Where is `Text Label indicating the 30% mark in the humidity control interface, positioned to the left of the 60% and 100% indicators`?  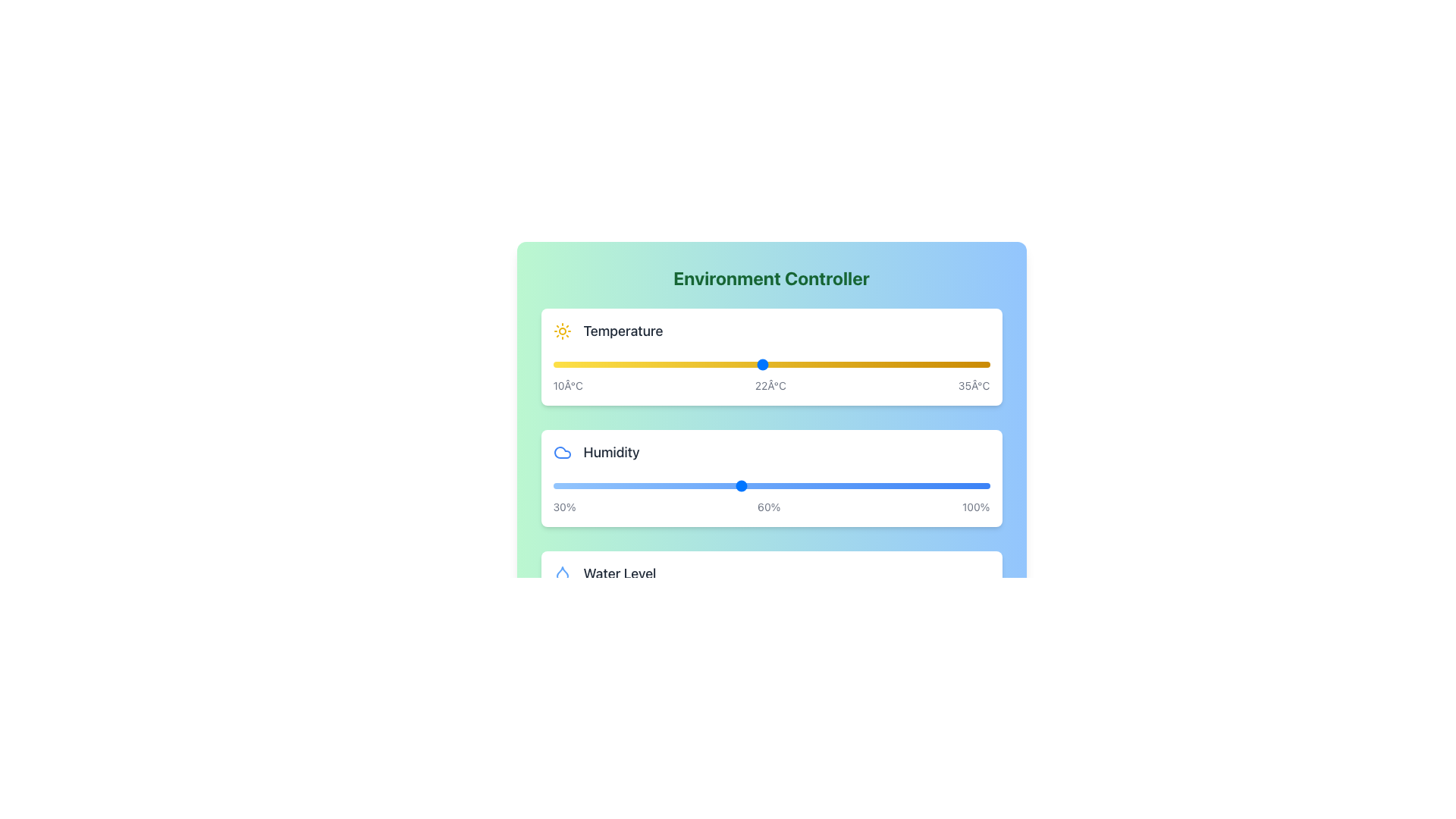
Text Label indicating the 30% mark in the humidity control interface, positioned to the left of the 60% and 100% indicators is located at coordinates (563, 507).